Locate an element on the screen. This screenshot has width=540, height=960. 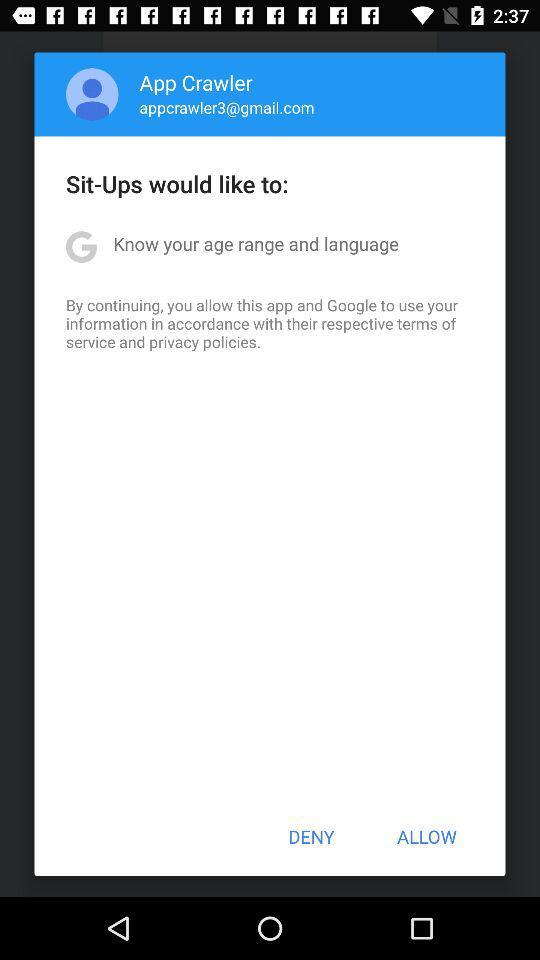
the appcrawler3@gmail.com item is located at coordinates (226, 107).